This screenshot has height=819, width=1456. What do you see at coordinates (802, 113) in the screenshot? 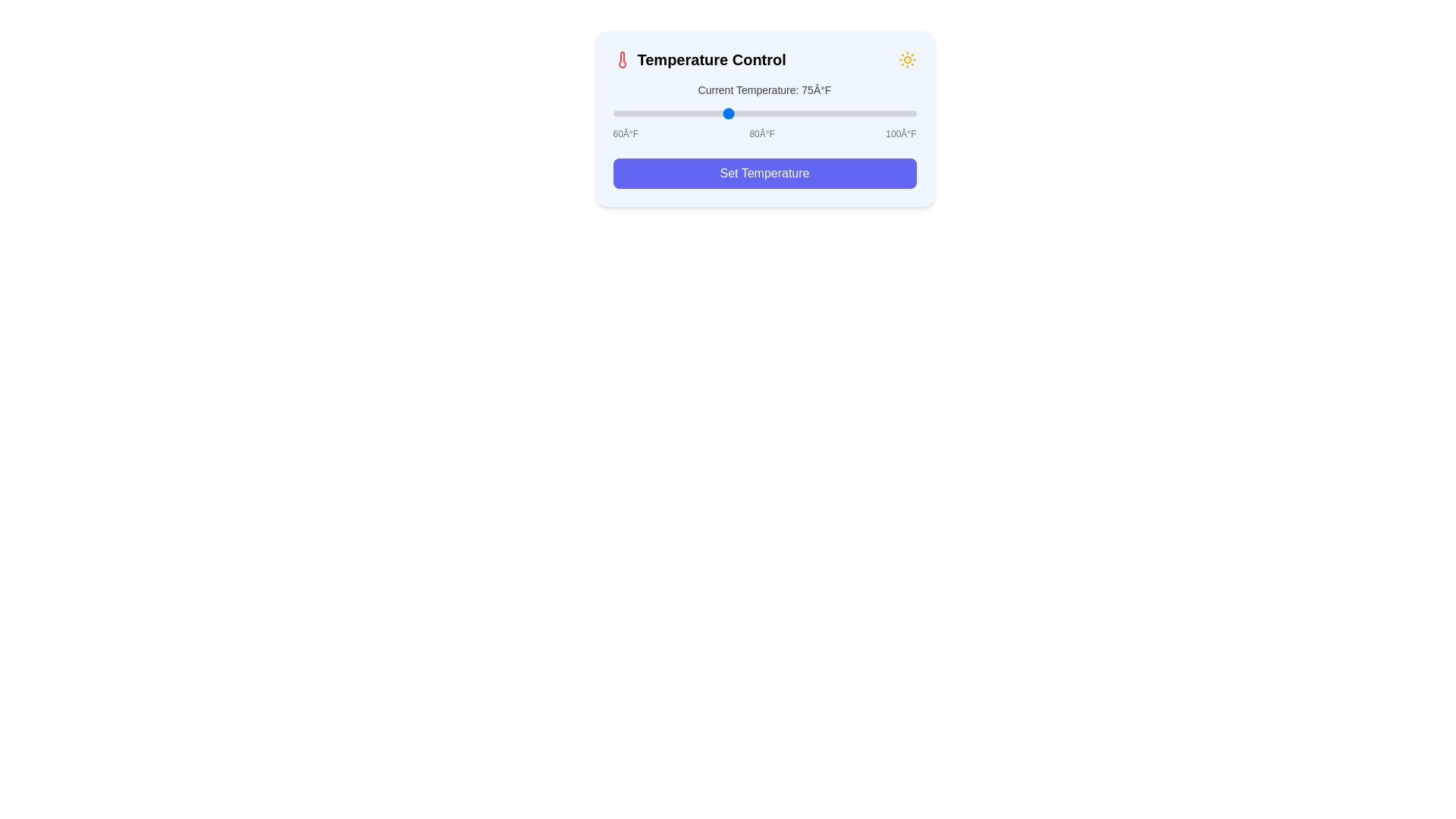
I see `the temperature` at bounding box center [802, 113].